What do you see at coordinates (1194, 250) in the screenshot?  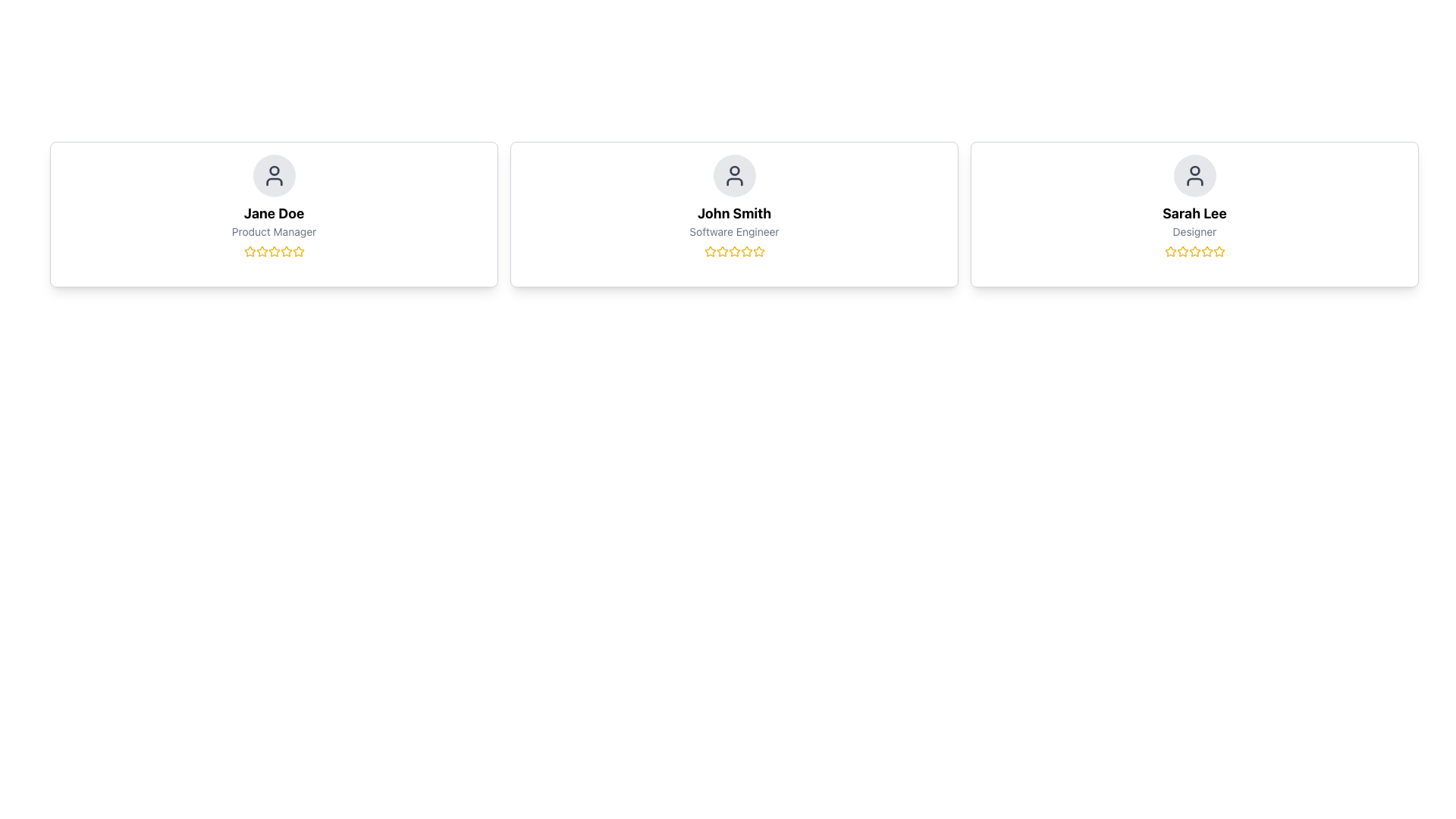 I see `the third star icon in the rating system of Sarah Lee's profile card, which is styled in yellow and indicates a rating` at bounding box center [1194, 250].